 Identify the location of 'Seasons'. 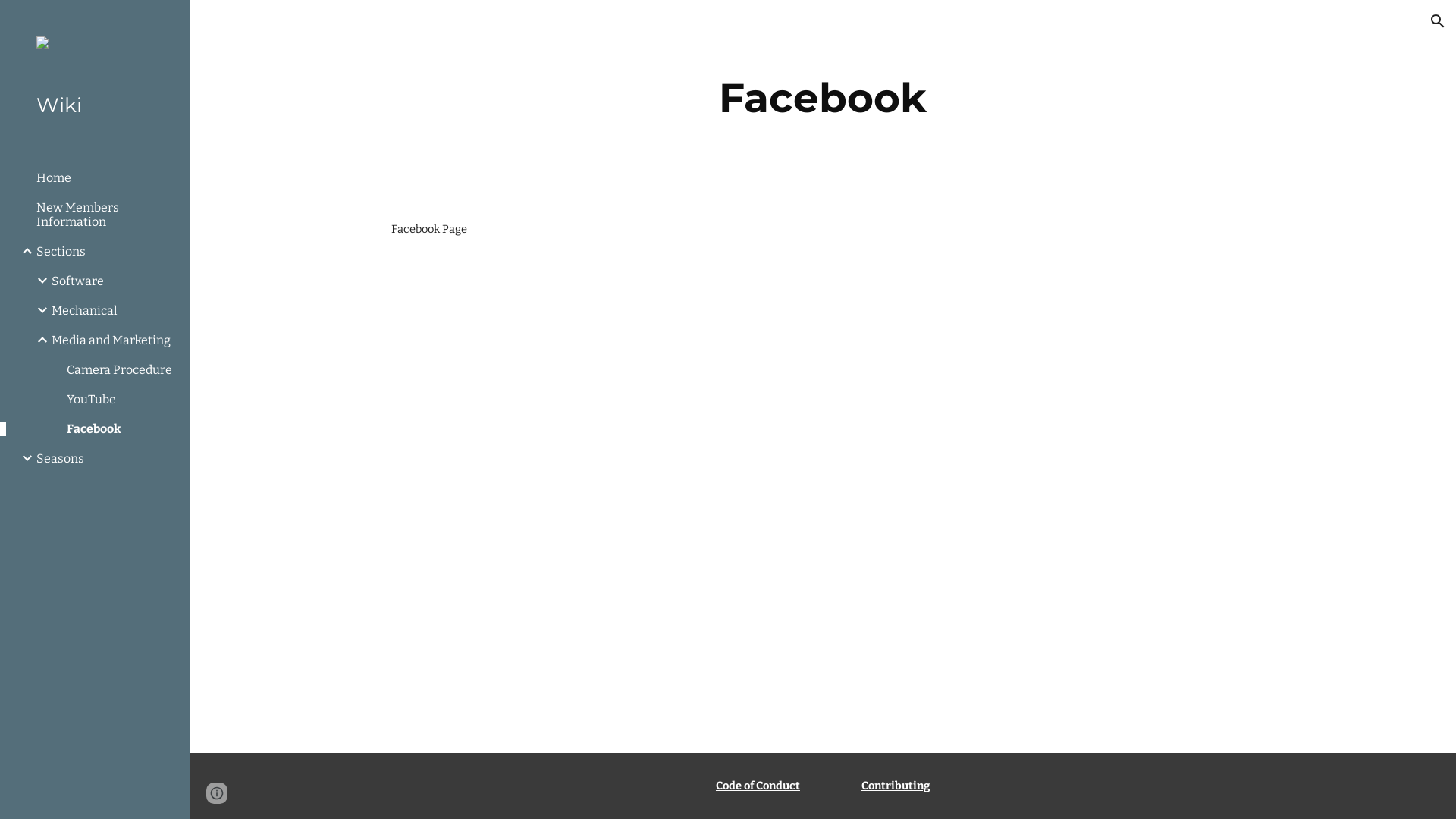
(105, 457).